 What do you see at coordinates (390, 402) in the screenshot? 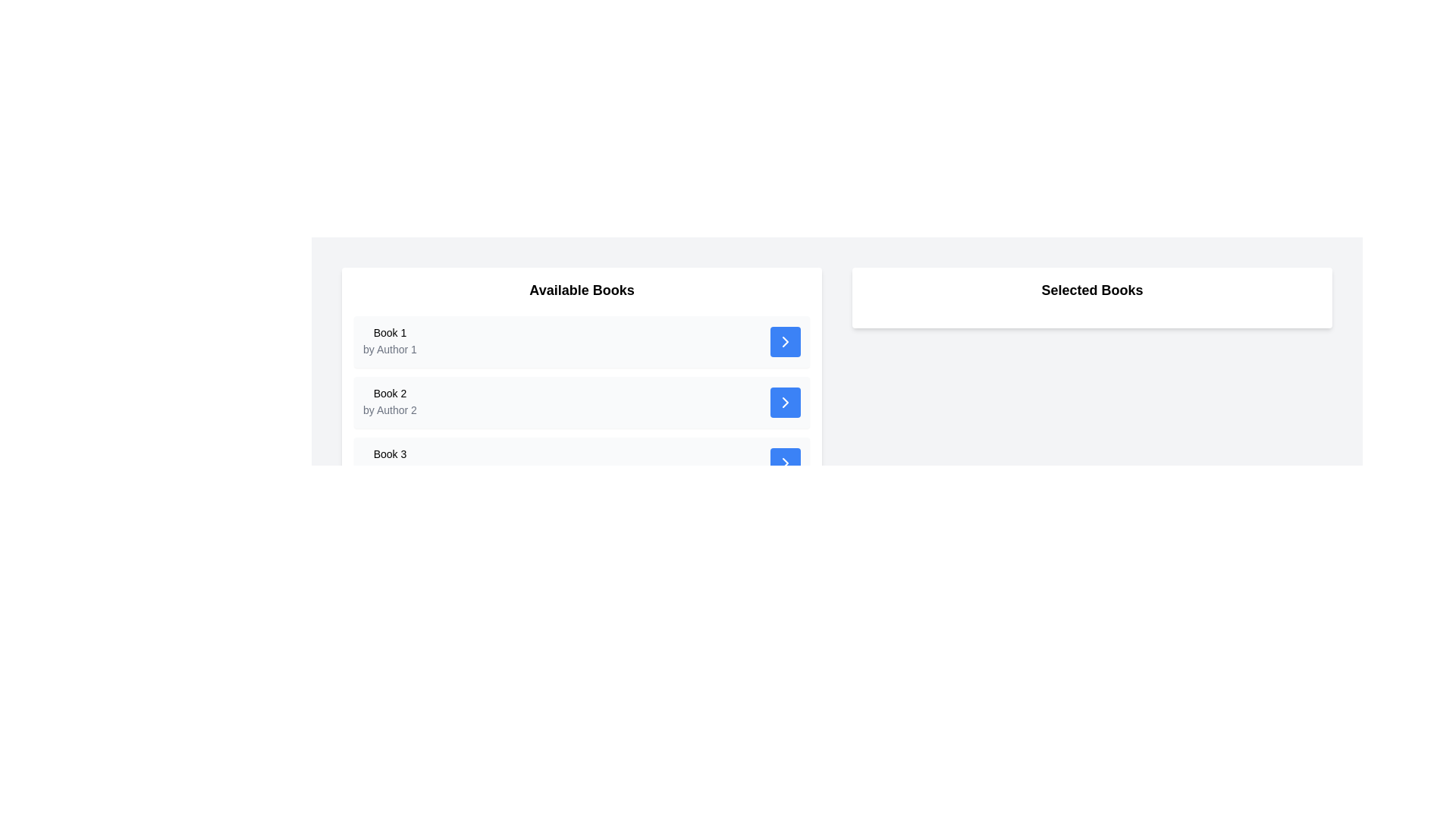
I see `the second book entry in the 'Available Books' section, which includes the title and author information` at bounding box center [390, 402].